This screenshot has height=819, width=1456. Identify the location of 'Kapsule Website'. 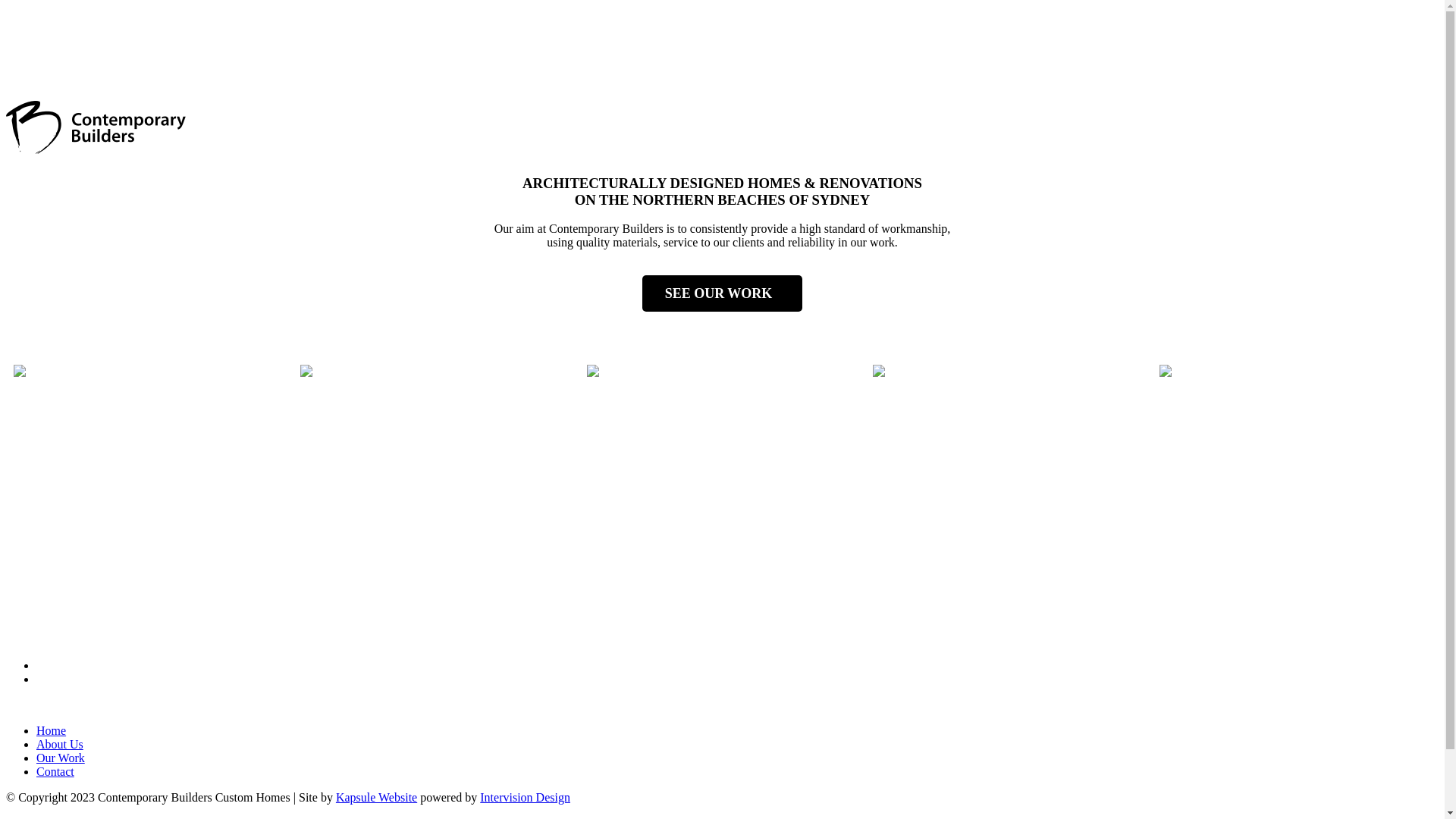
(376, 796).